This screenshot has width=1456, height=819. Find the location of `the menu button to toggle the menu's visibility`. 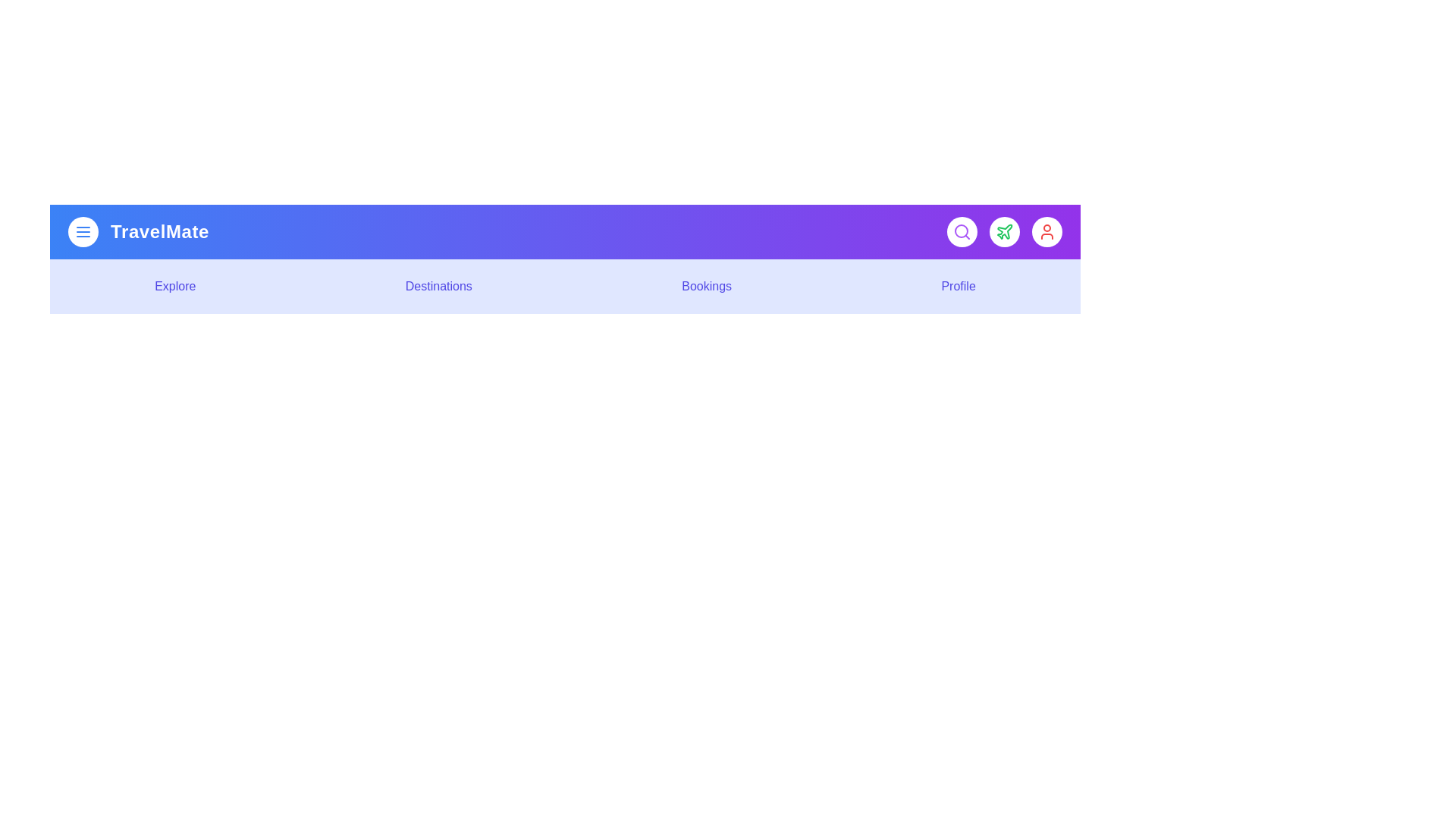

the menu button to toggle the menu's visibility is located at coordinates (83, 231).